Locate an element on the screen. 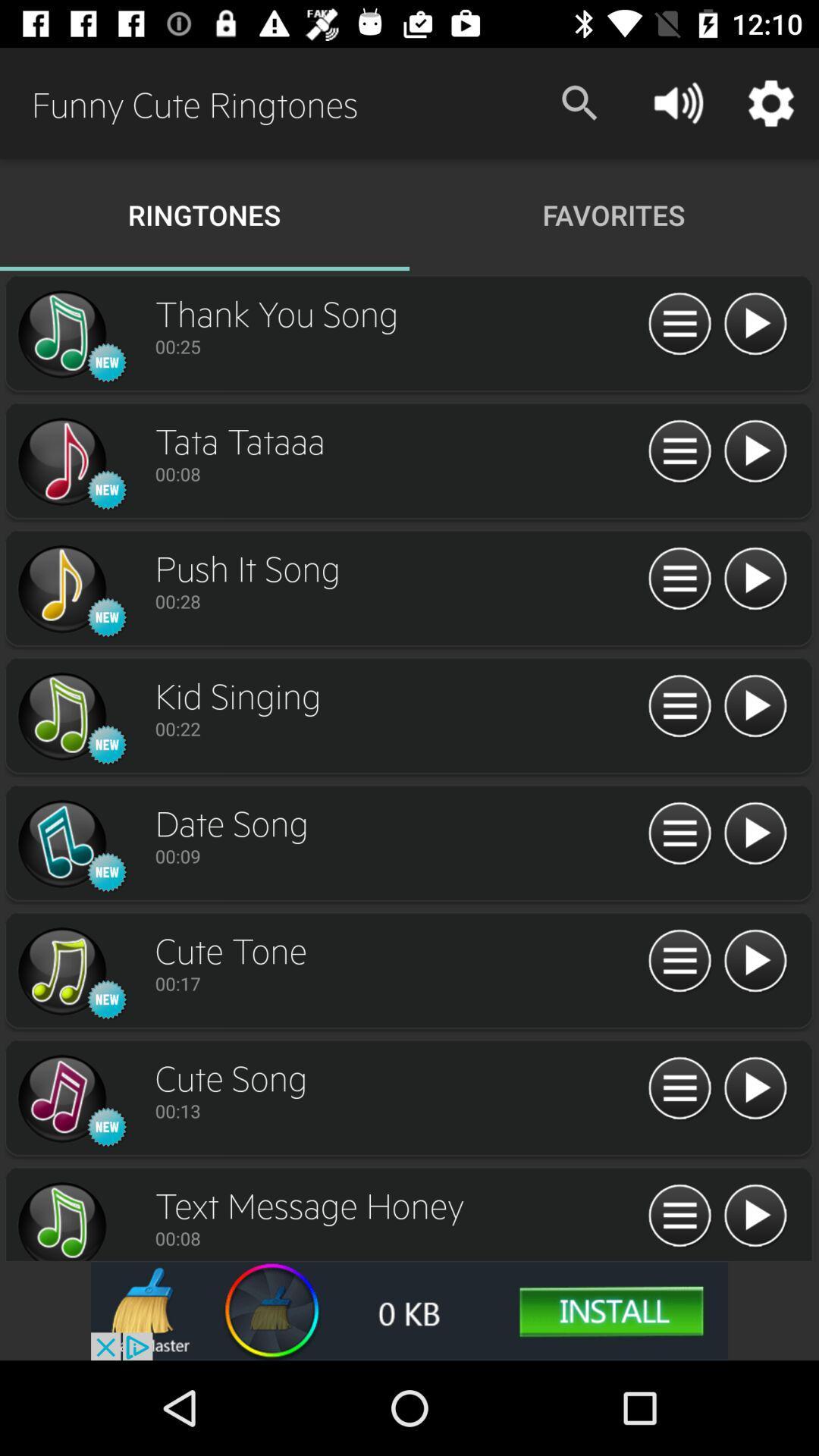 The image size is (819, 1456). song is located at coordinates (61, 334).